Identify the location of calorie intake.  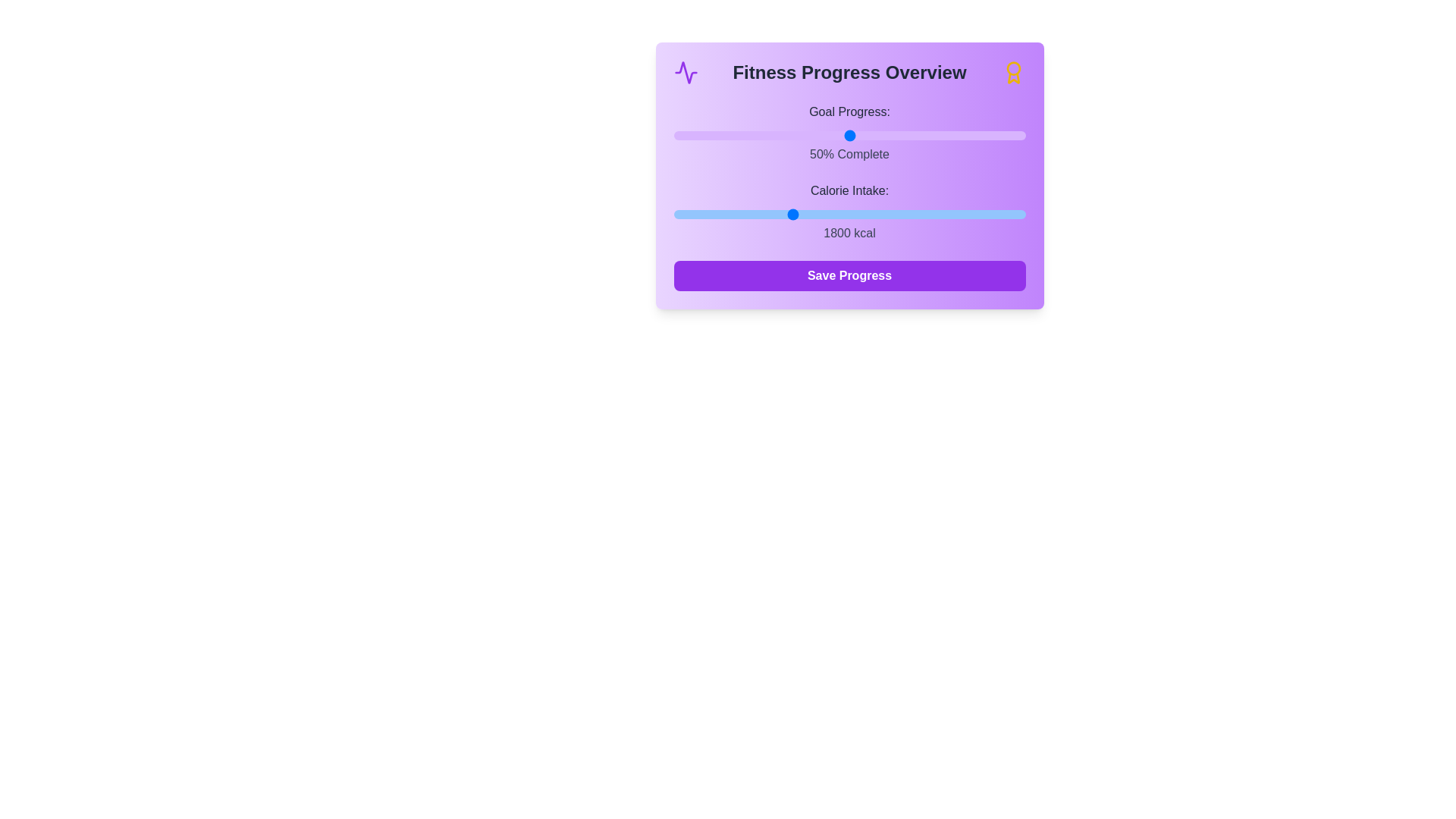
(832, 214).